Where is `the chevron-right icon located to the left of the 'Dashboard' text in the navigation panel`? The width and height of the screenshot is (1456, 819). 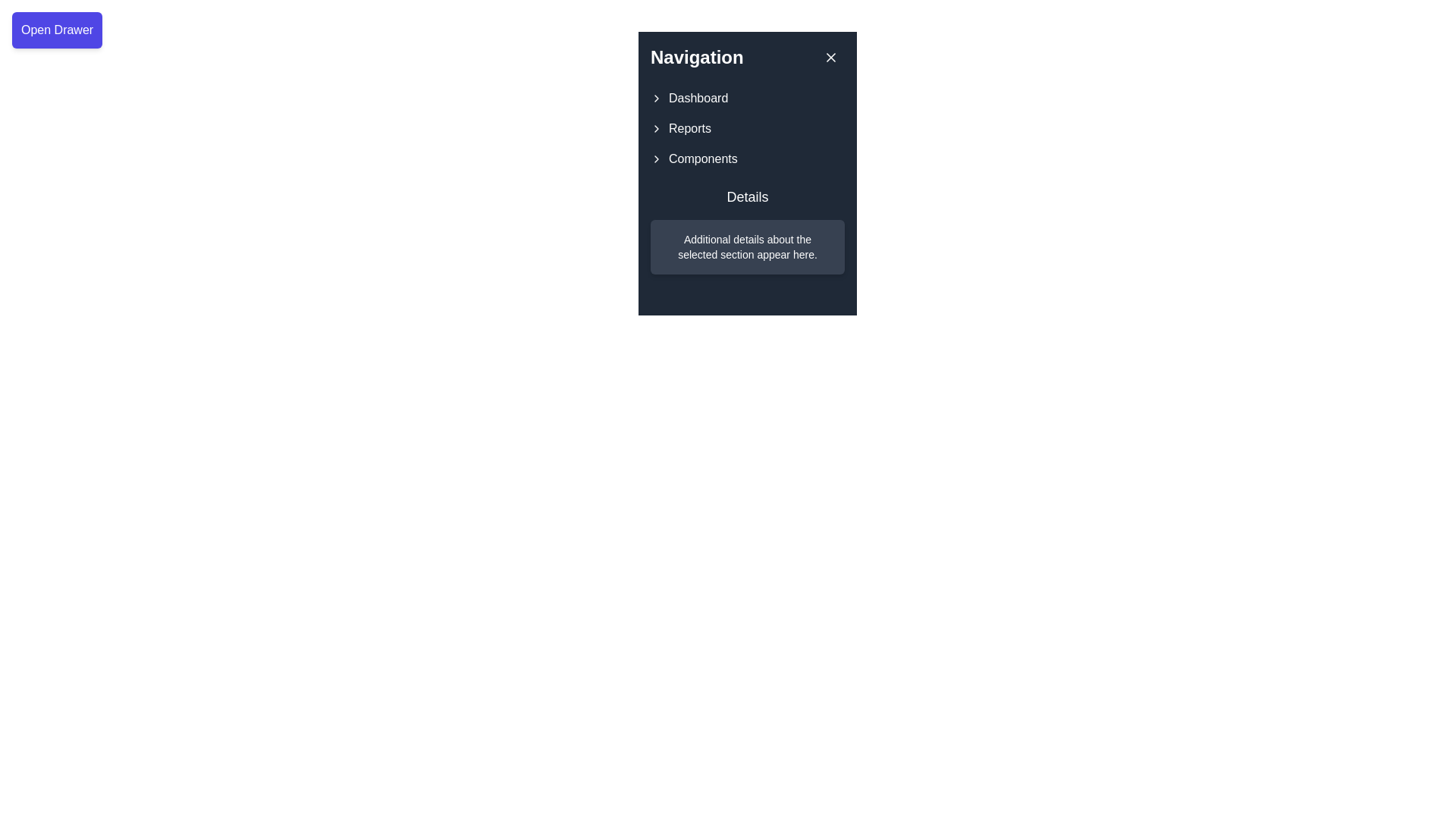
the chevron-right icon located to the left of the 'Dashboard' text in the navigation panel is located at coordinates (656, 99).